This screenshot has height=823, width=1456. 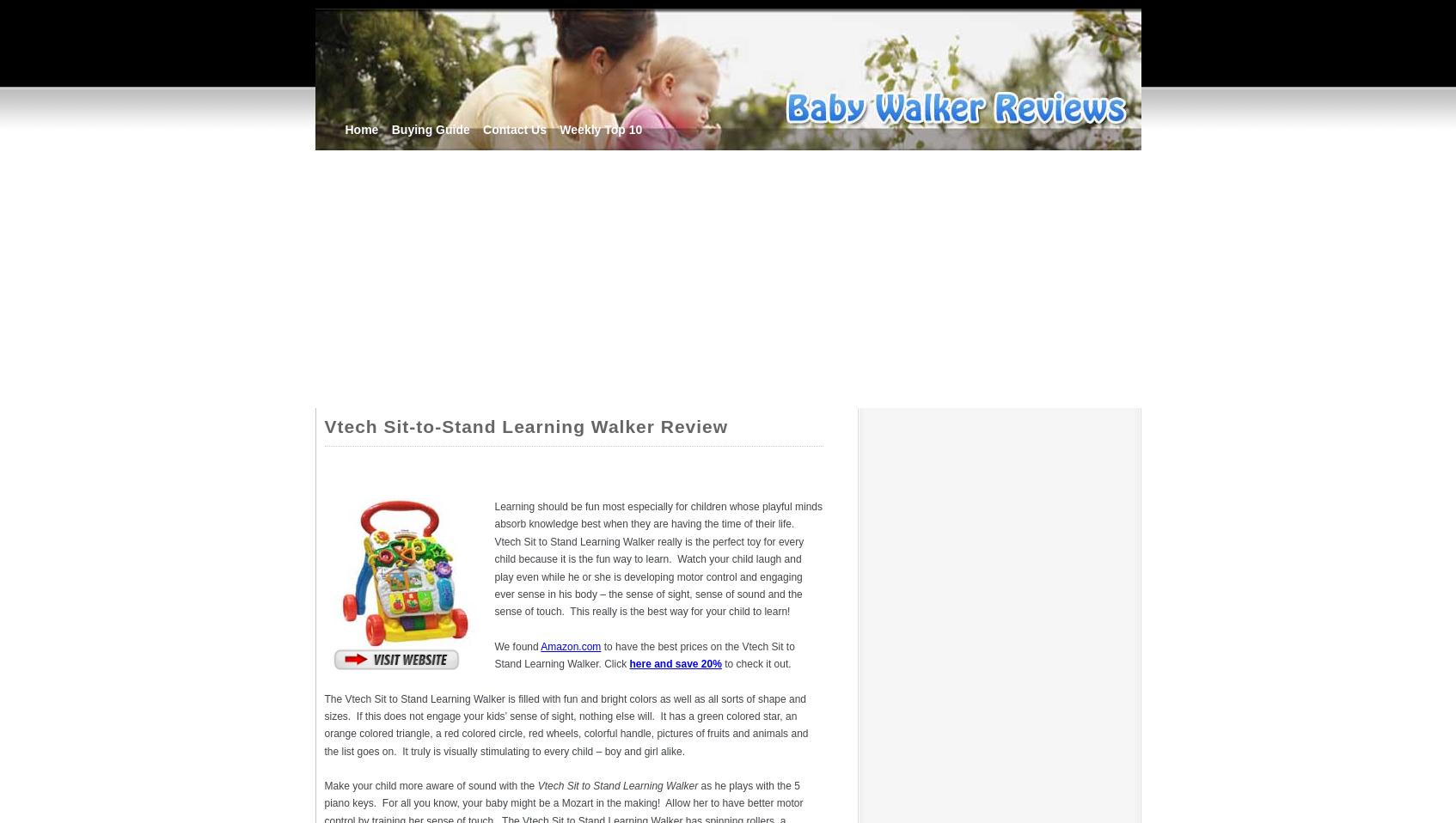 What do you see at coordinates (724, 664) in the screenshot?
I see `'to check it out.'` at bounding box center [724, 664].